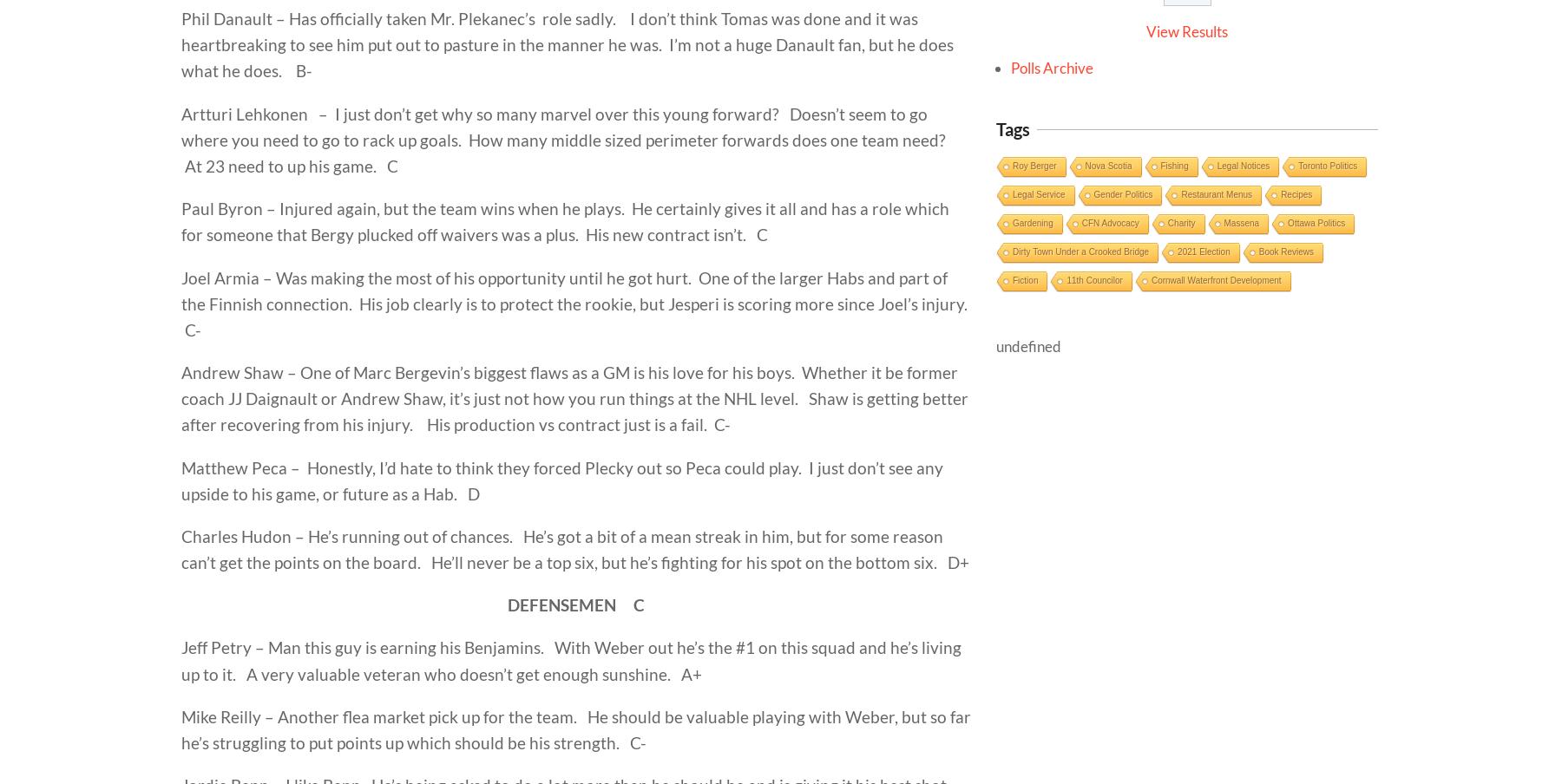 Image resolution: width=1562 pixels, height=784 pixels. What do you see at coordinates (1203, 252) in the screenshot?
I see `'2021 Election'` at bounding box center [1203, 252].